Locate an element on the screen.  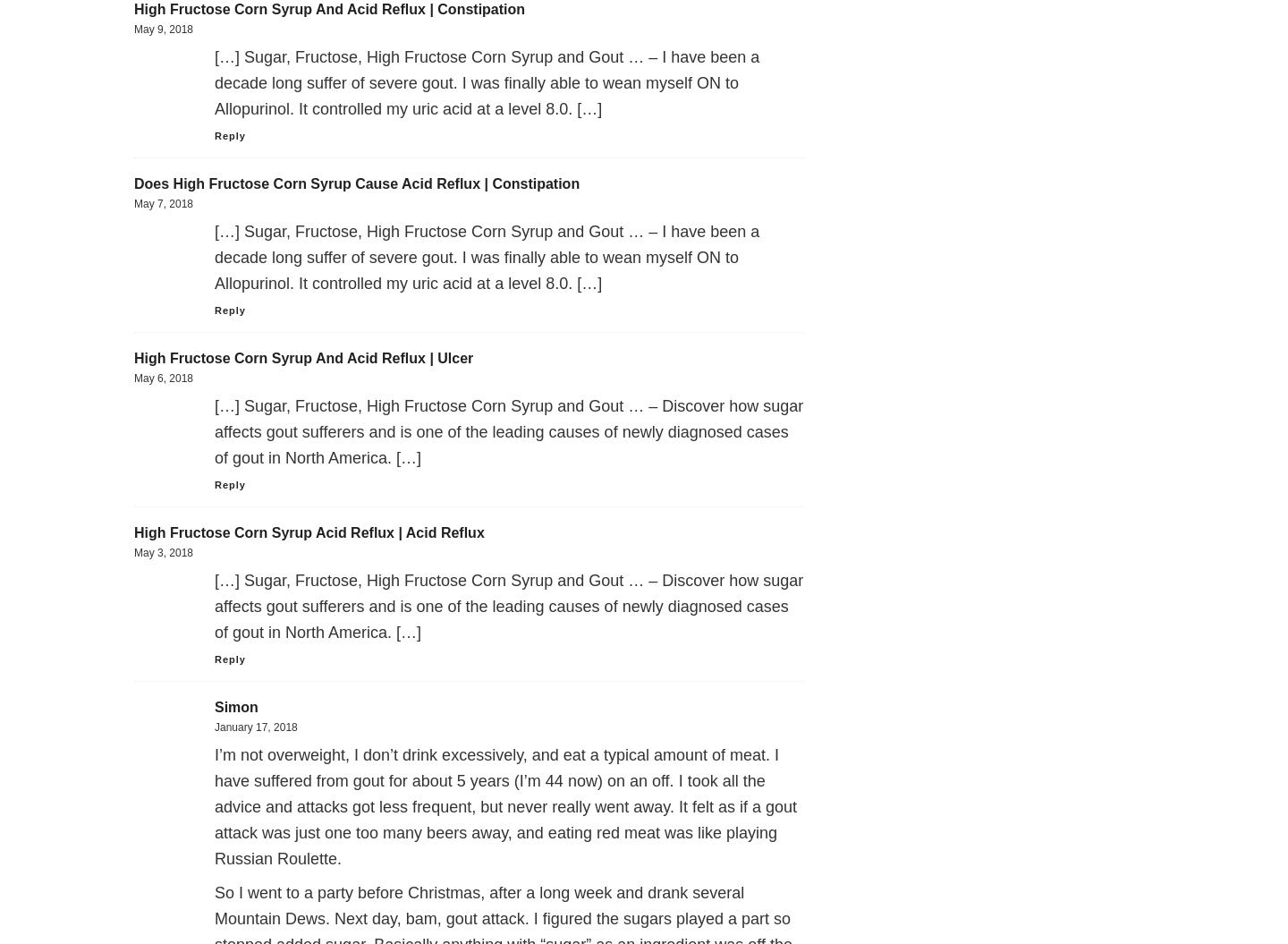
'May 9, 2018' is located at coordinates (164, 30).